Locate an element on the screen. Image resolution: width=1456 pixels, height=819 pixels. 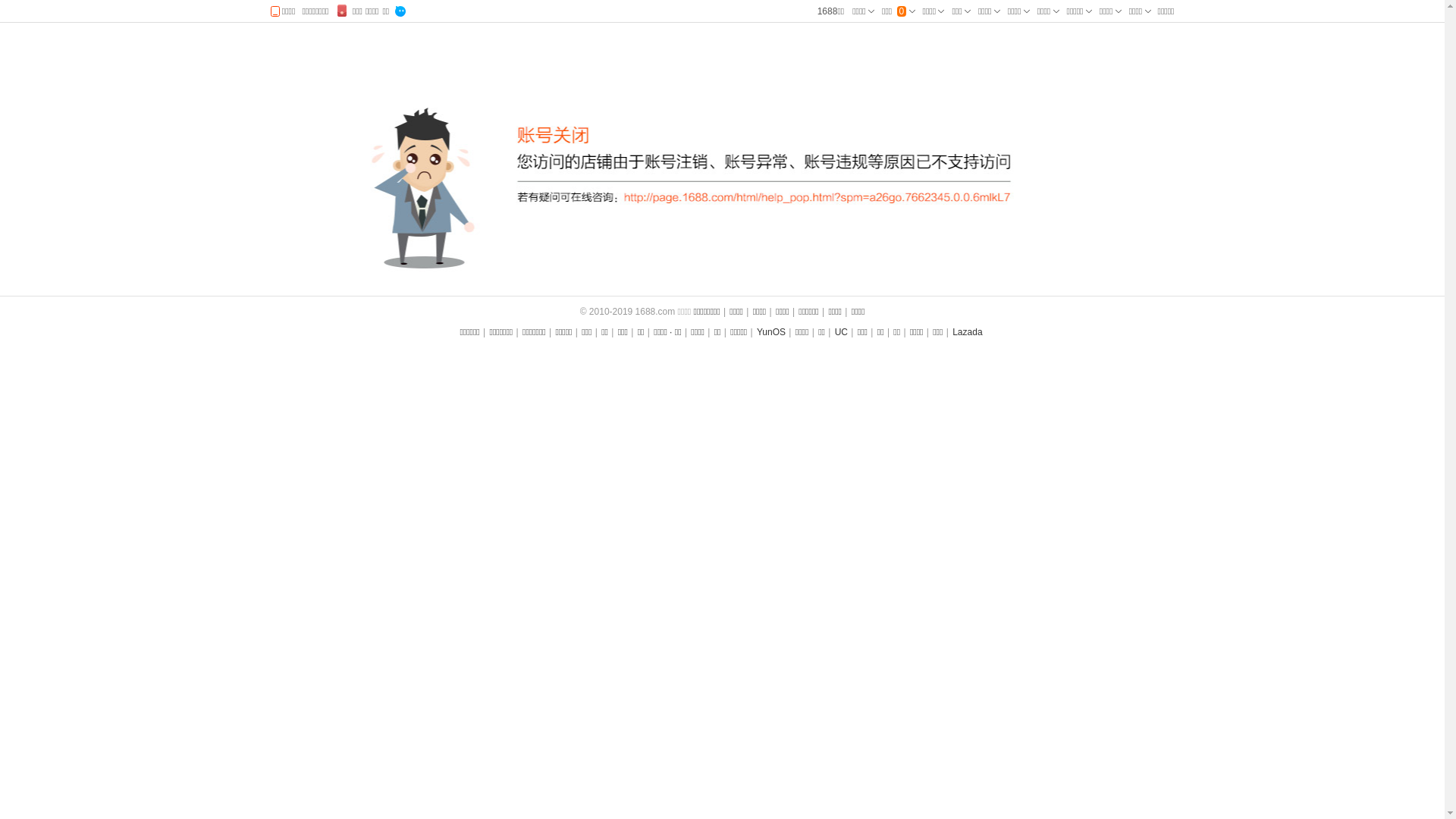
'Lazada' is located at coordinates (966, 331).